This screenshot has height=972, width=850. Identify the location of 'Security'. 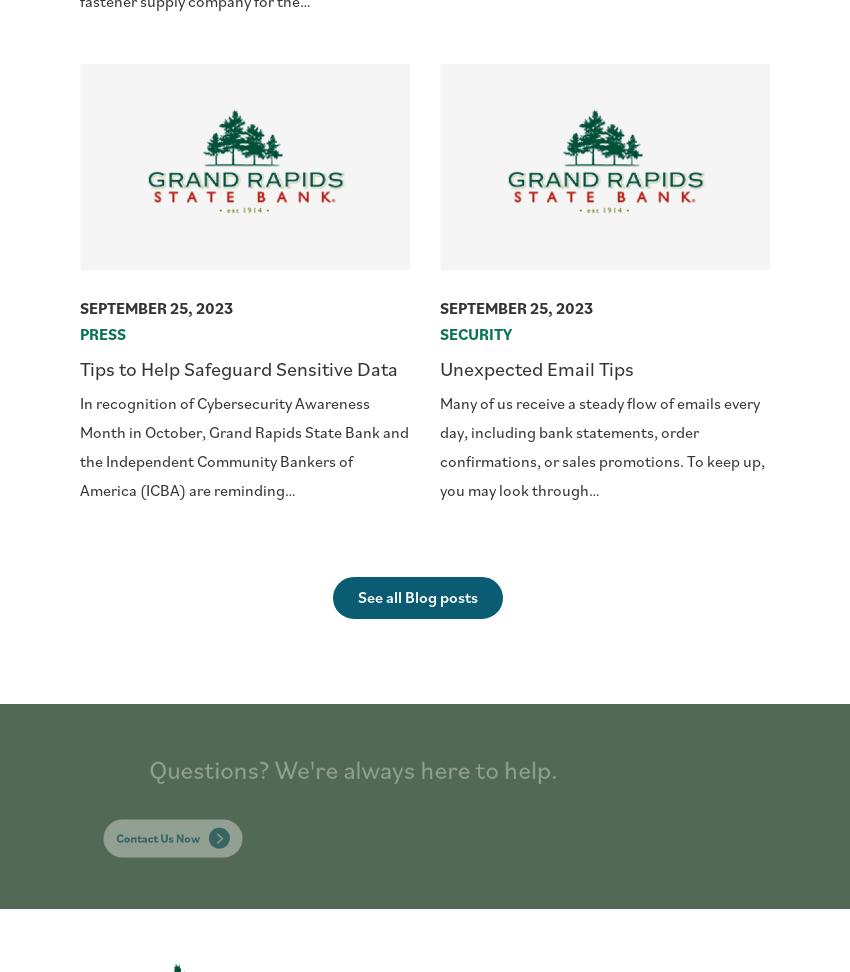
(476, 332).